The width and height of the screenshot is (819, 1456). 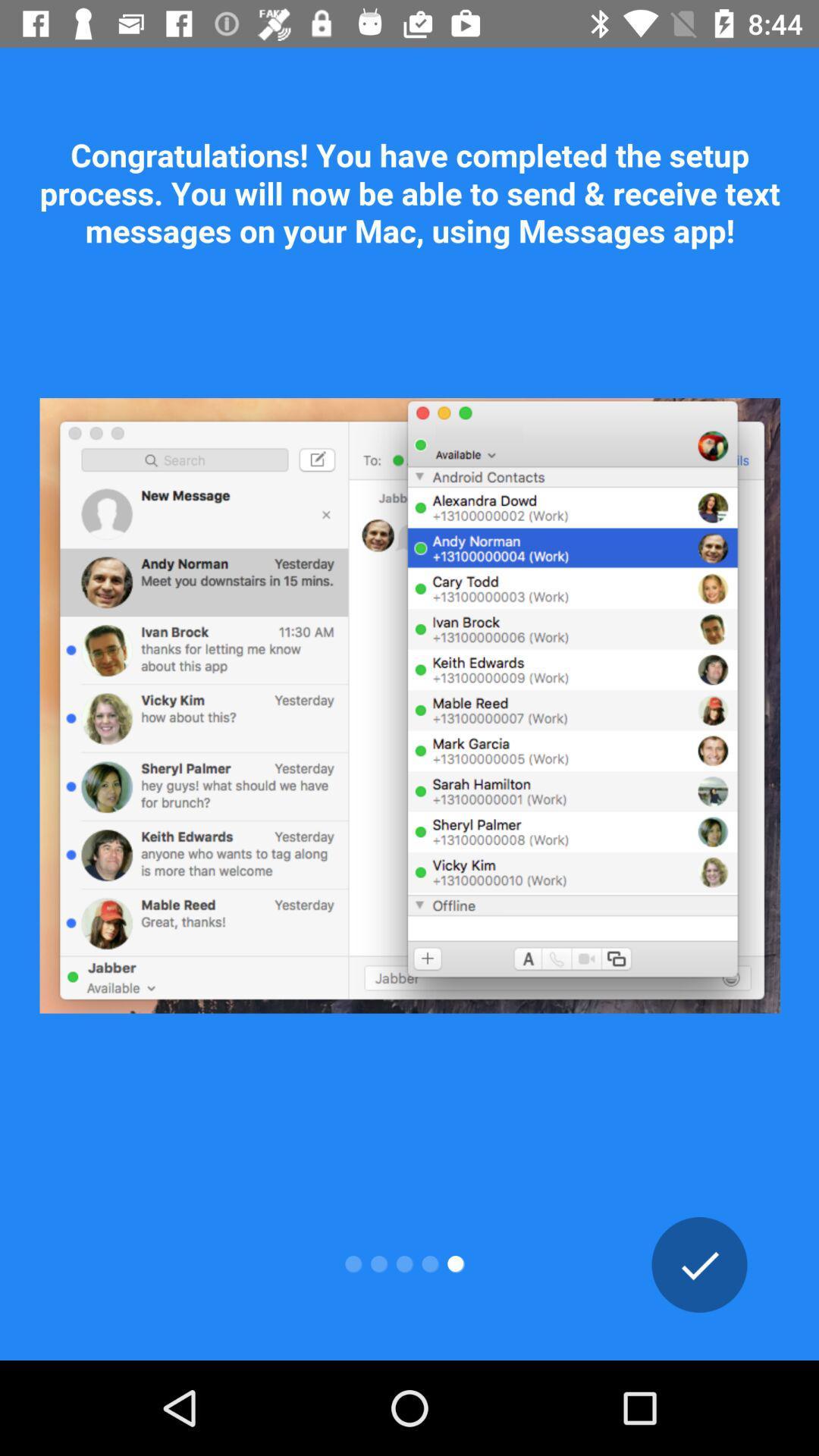 What do you see at coordinates (699, 1264) in the screenshot?
I see `button` at bounding box center [699, 1264].